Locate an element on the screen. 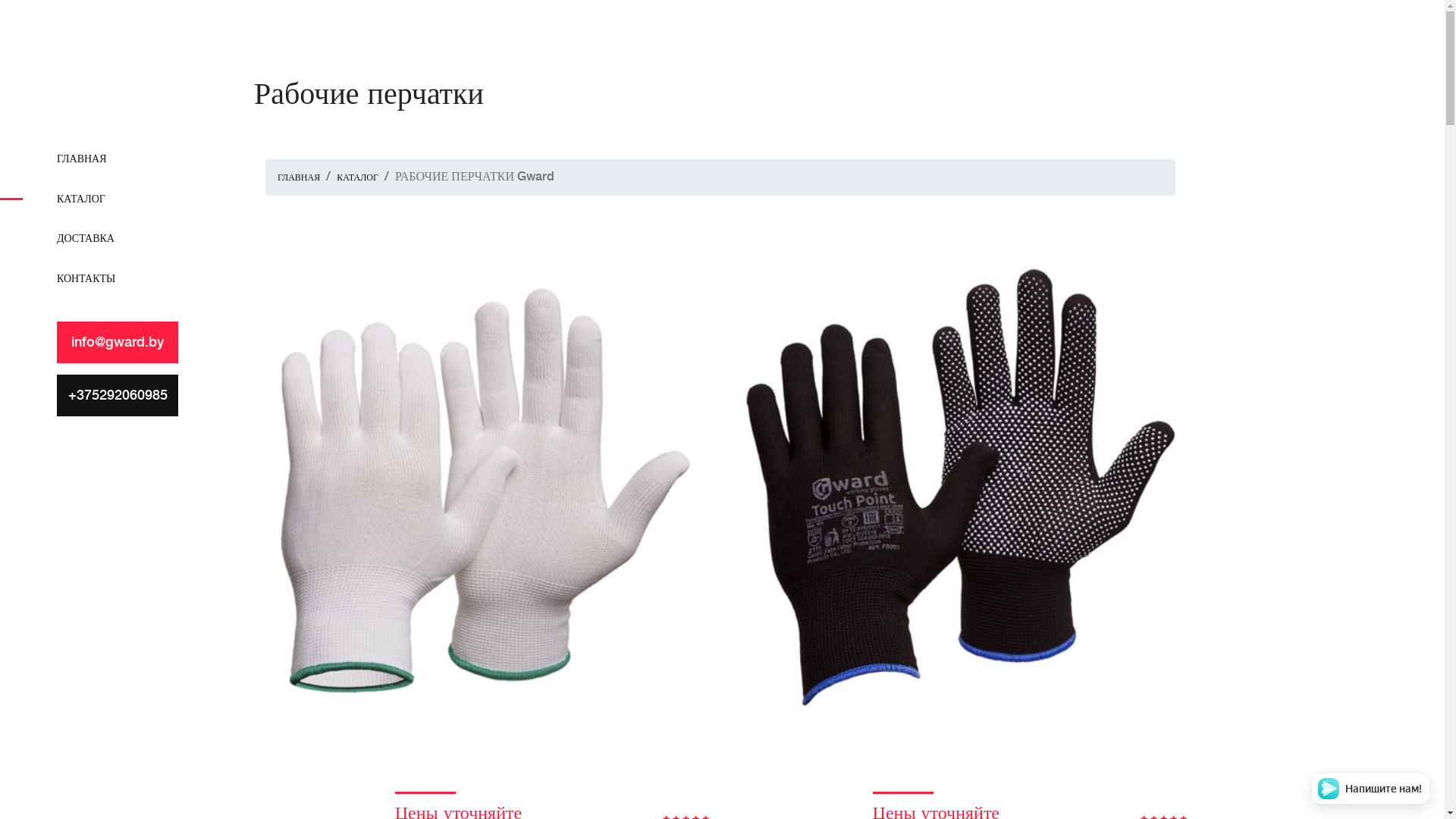  '+375292060985' is located at coordinates (116, 394).